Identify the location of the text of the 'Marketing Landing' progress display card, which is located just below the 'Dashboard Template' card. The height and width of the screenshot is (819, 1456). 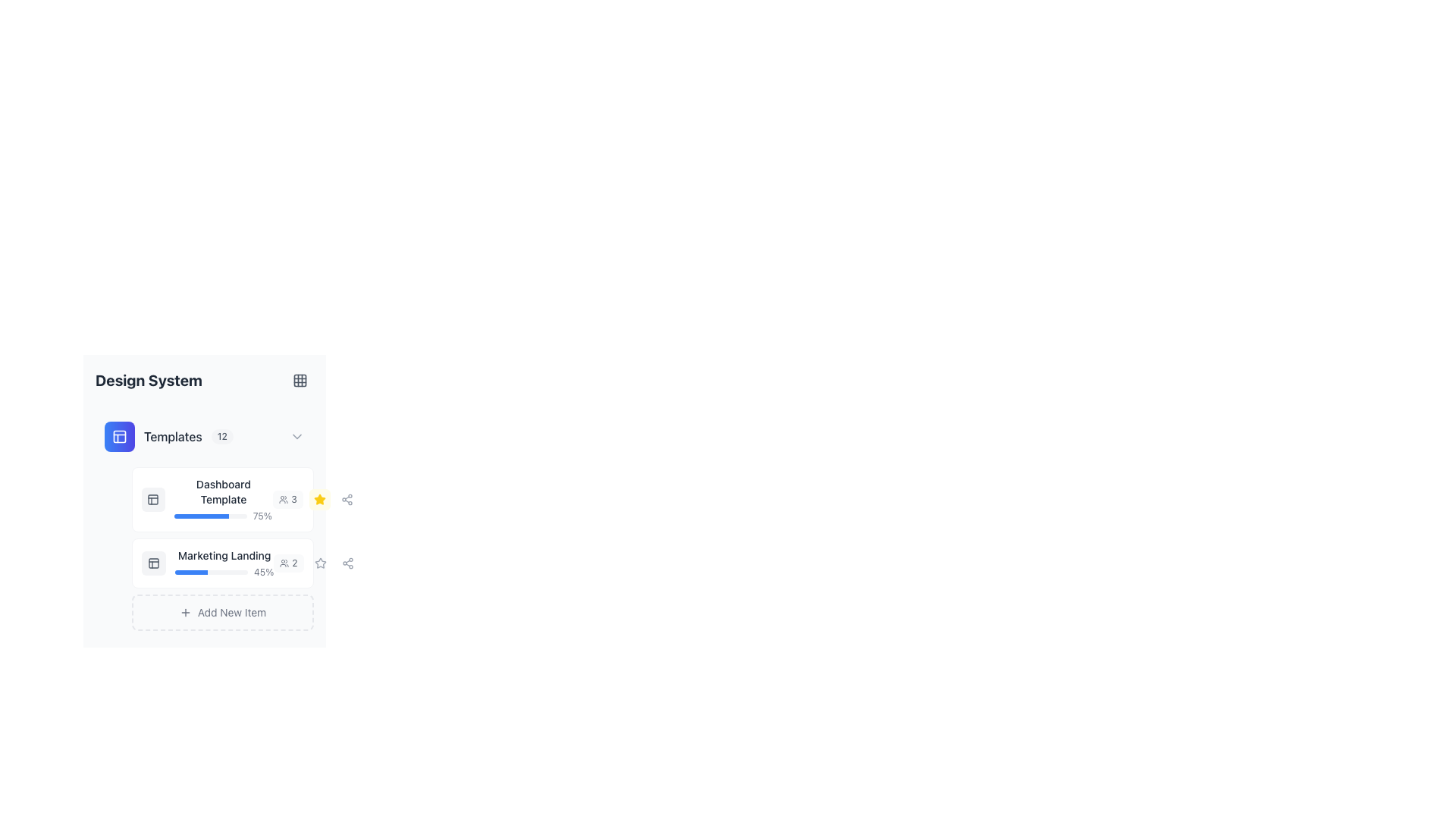
(207, 563).